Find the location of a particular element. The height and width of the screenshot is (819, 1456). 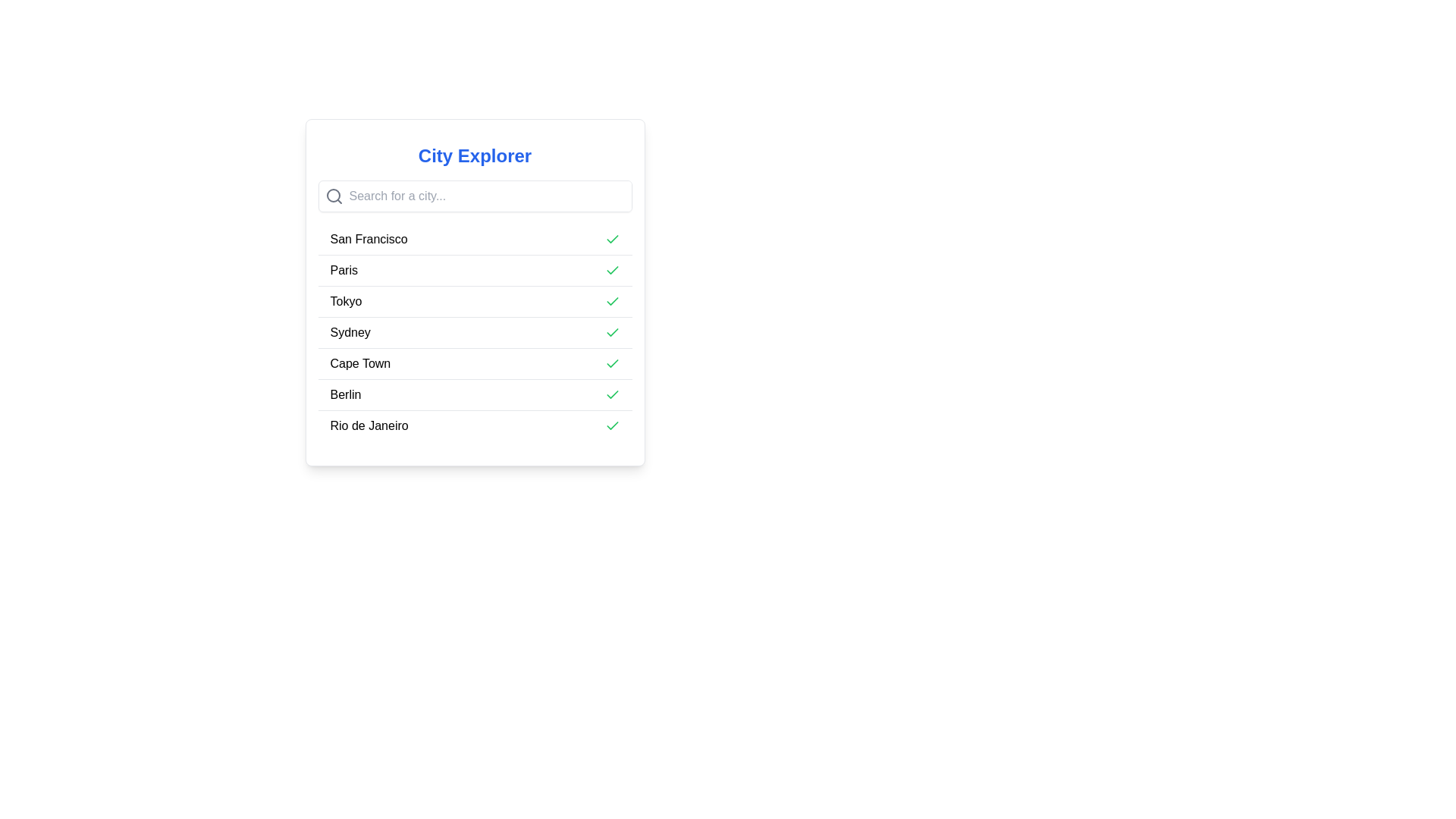

the check mark icon indicating a successful status for the city 'Berlin', which is the sixth item in the list of cities is located at coordinates (612, 425).